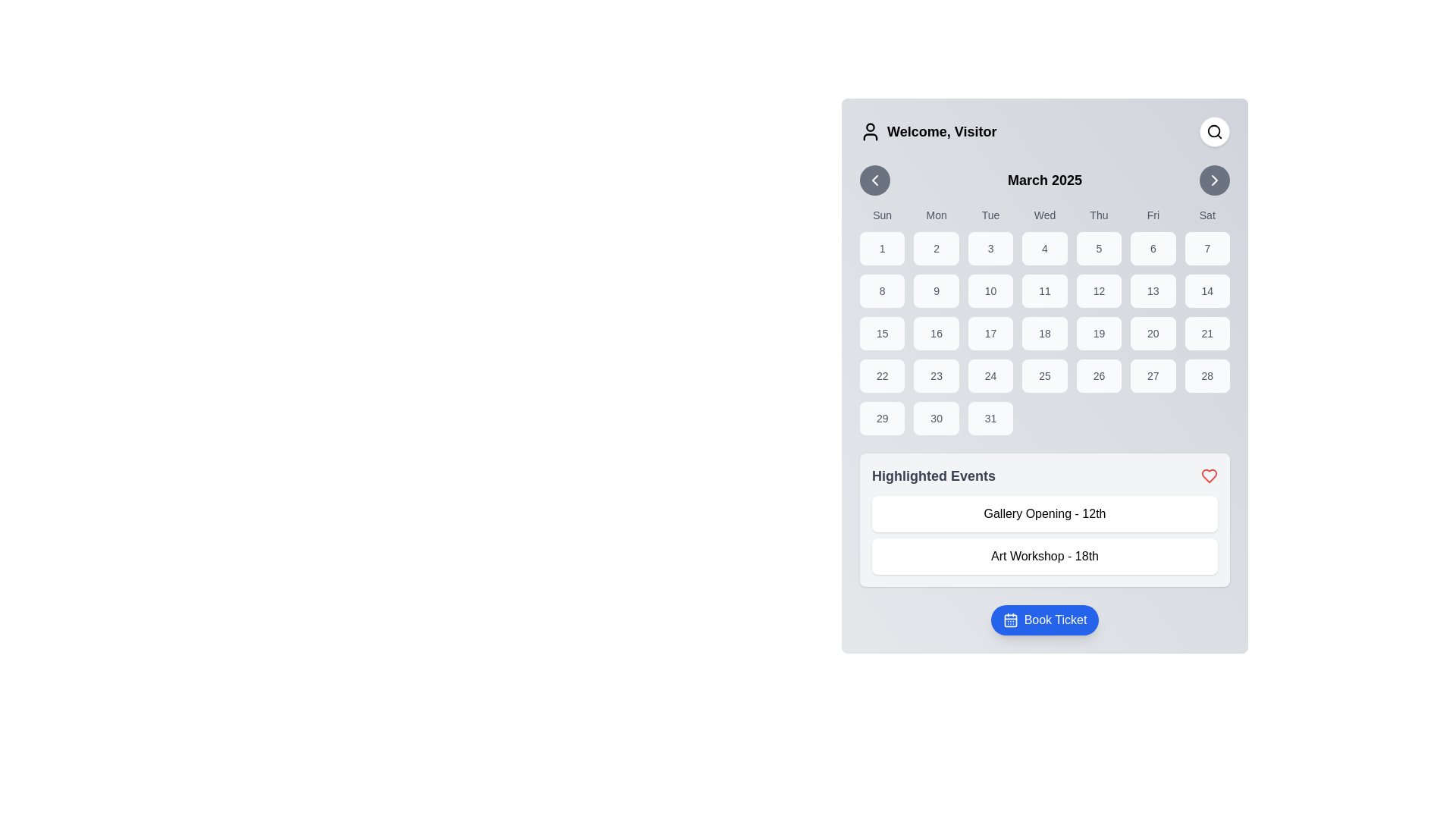 Image resolution: width=1456 pixels, height=819 pixels. I want to click on the static label displaying the text 'Mon', which is the second item in the row of weekday labels between 'Sun' and 'Tue', so click(936, 215).